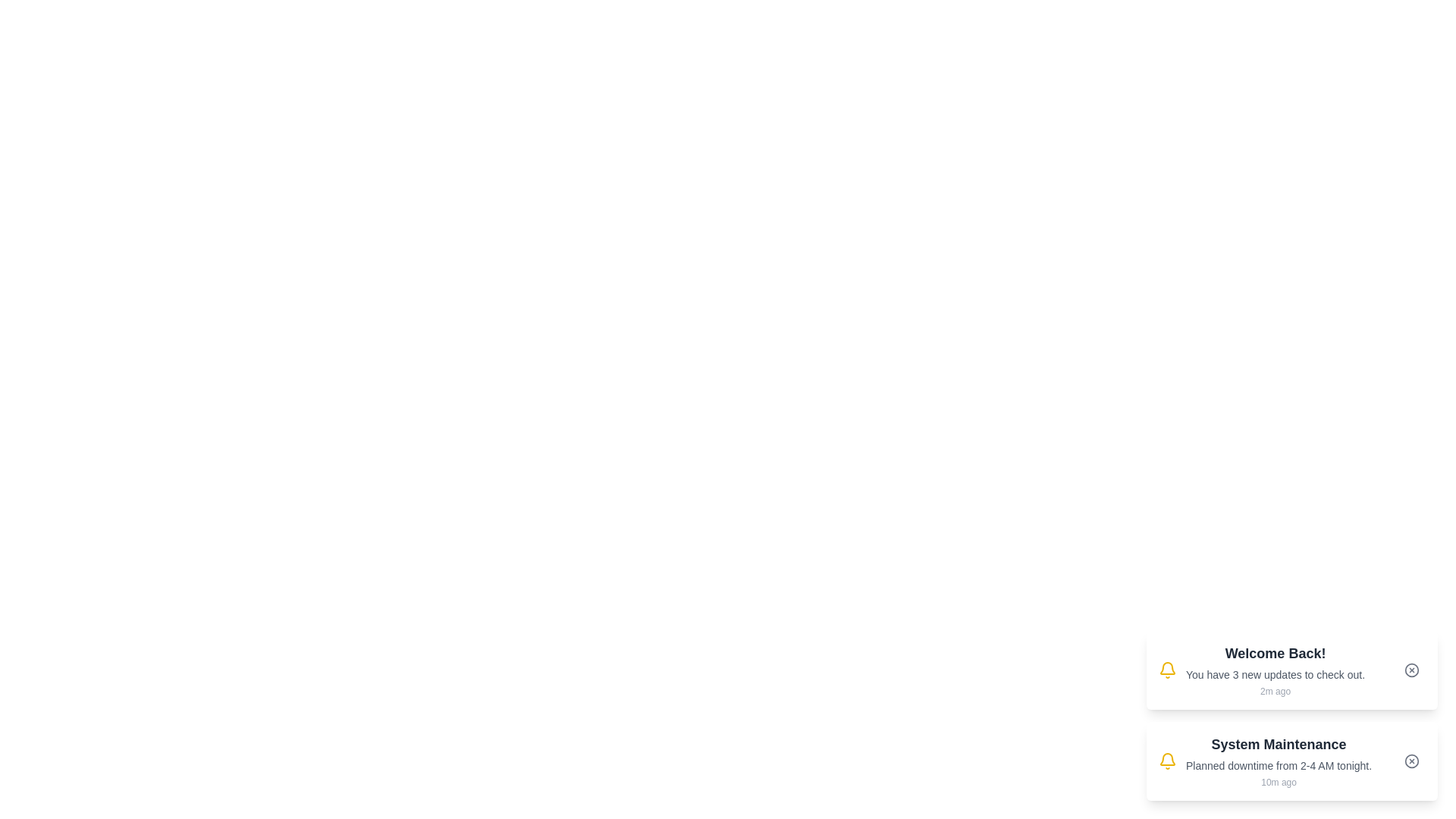 The height and width of the screenshot is (819, 1456). Describe the element at coordinates (1411, 669) in the screenshot. I see `dismiss button for the notification titled 'Welcome Back!'` at that location.